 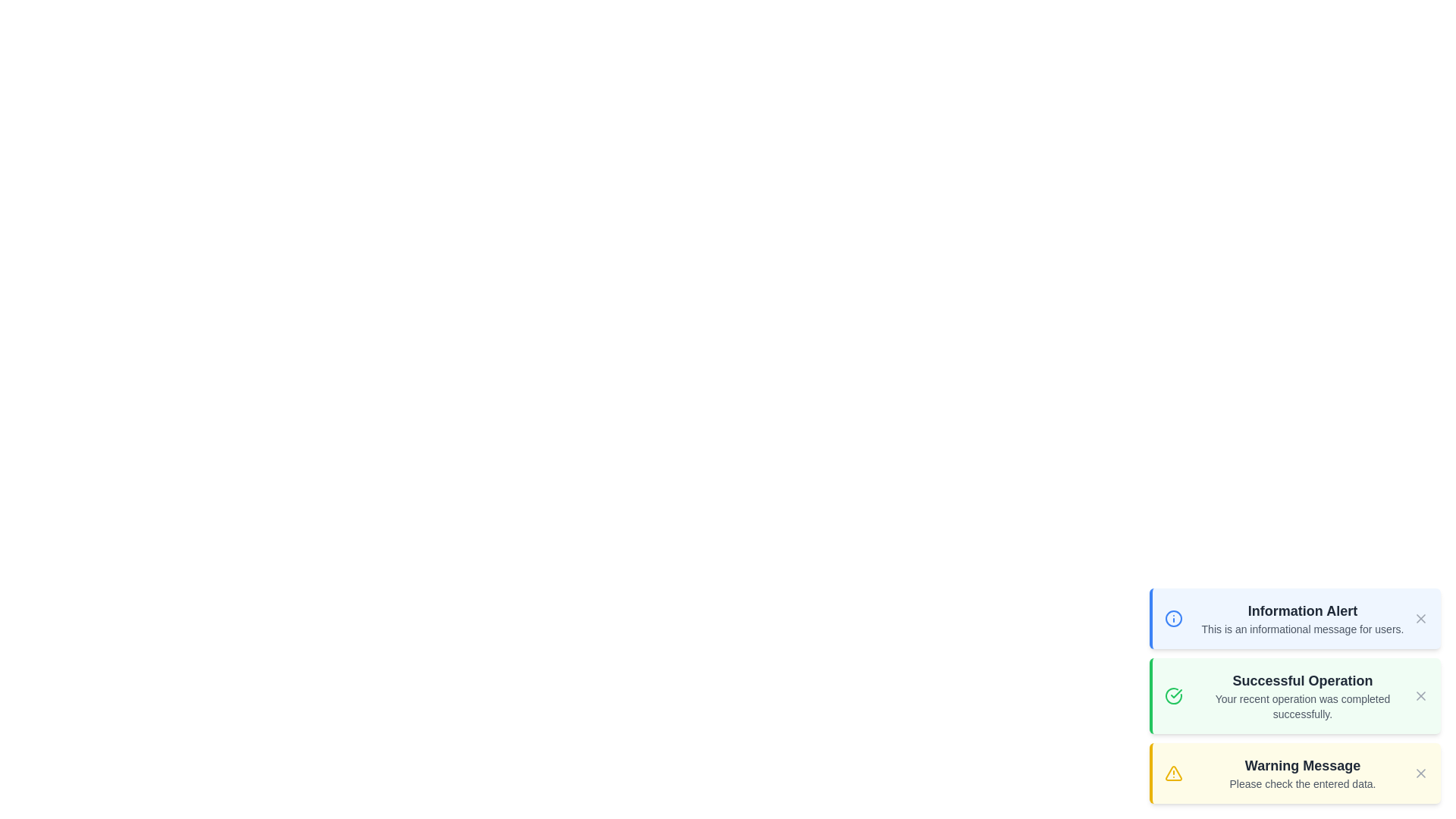 What do you see at coordinates (1420, 696) in the screenshot?
I see `the close button of the notification with title Successful Operation` at bounding box center [1420, 696].